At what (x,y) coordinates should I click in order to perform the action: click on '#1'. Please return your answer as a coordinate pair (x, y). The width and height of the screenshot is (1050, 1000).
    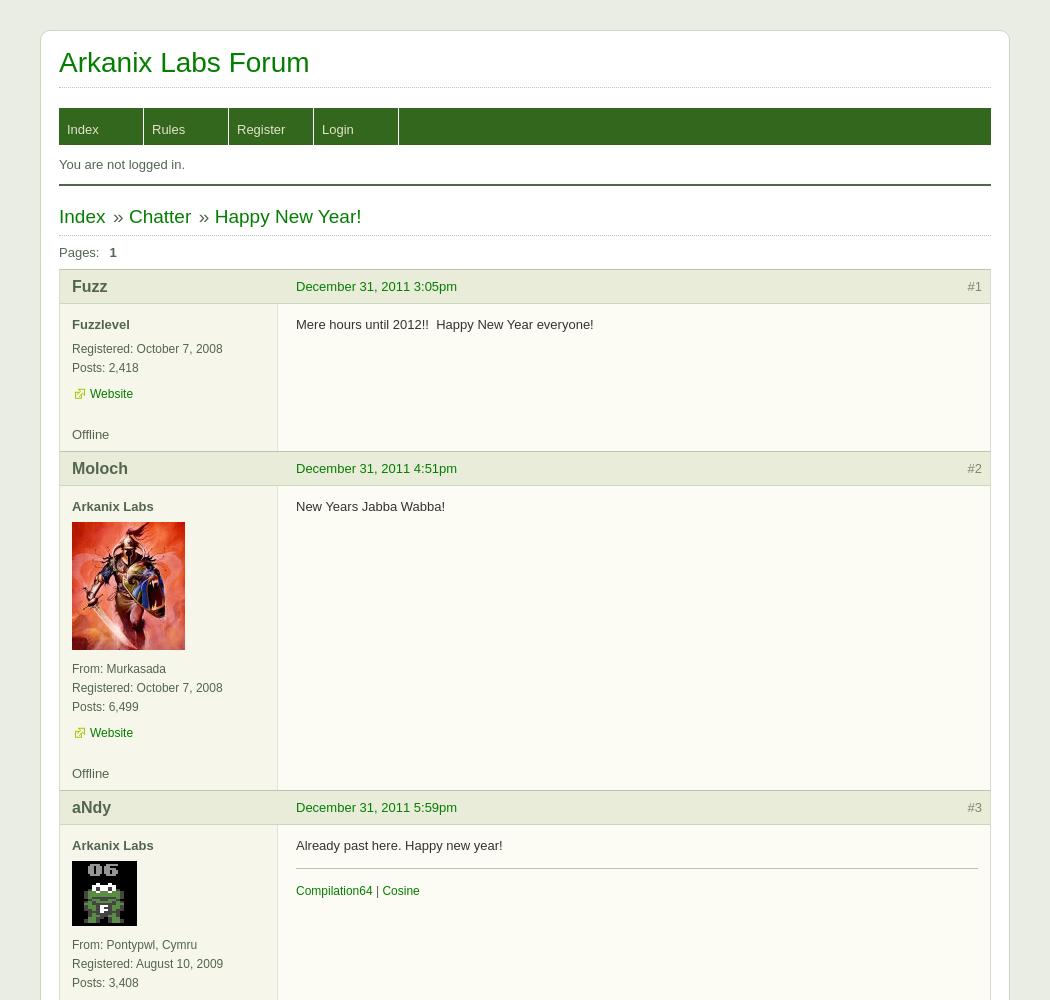
    Looking at the image, I should click on (973, 286).